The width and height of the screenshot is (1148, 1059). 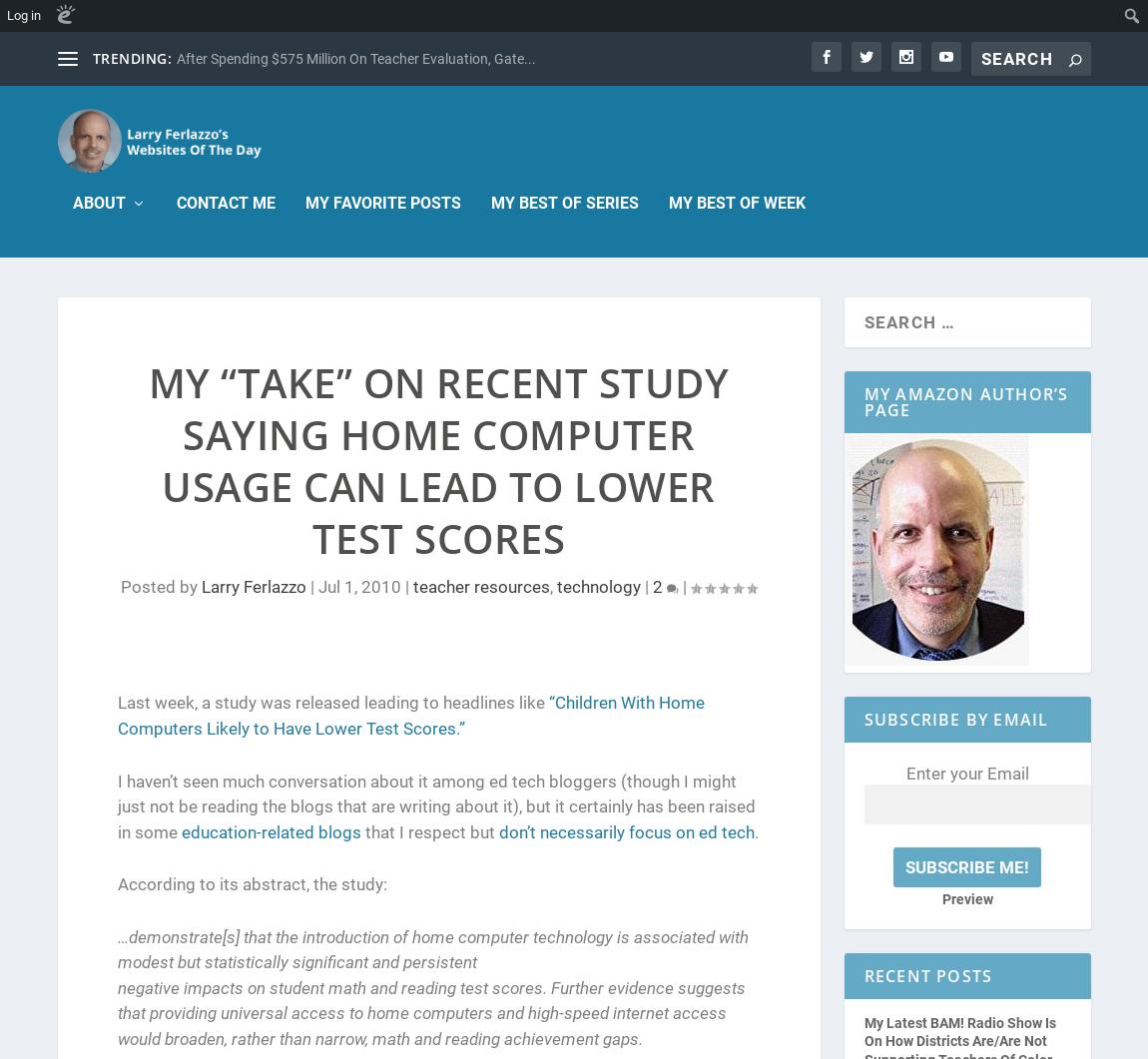 What do you see at coordinates (97, 200) in the screenshot?
I see `'About'` at bounding box center [97, 200].